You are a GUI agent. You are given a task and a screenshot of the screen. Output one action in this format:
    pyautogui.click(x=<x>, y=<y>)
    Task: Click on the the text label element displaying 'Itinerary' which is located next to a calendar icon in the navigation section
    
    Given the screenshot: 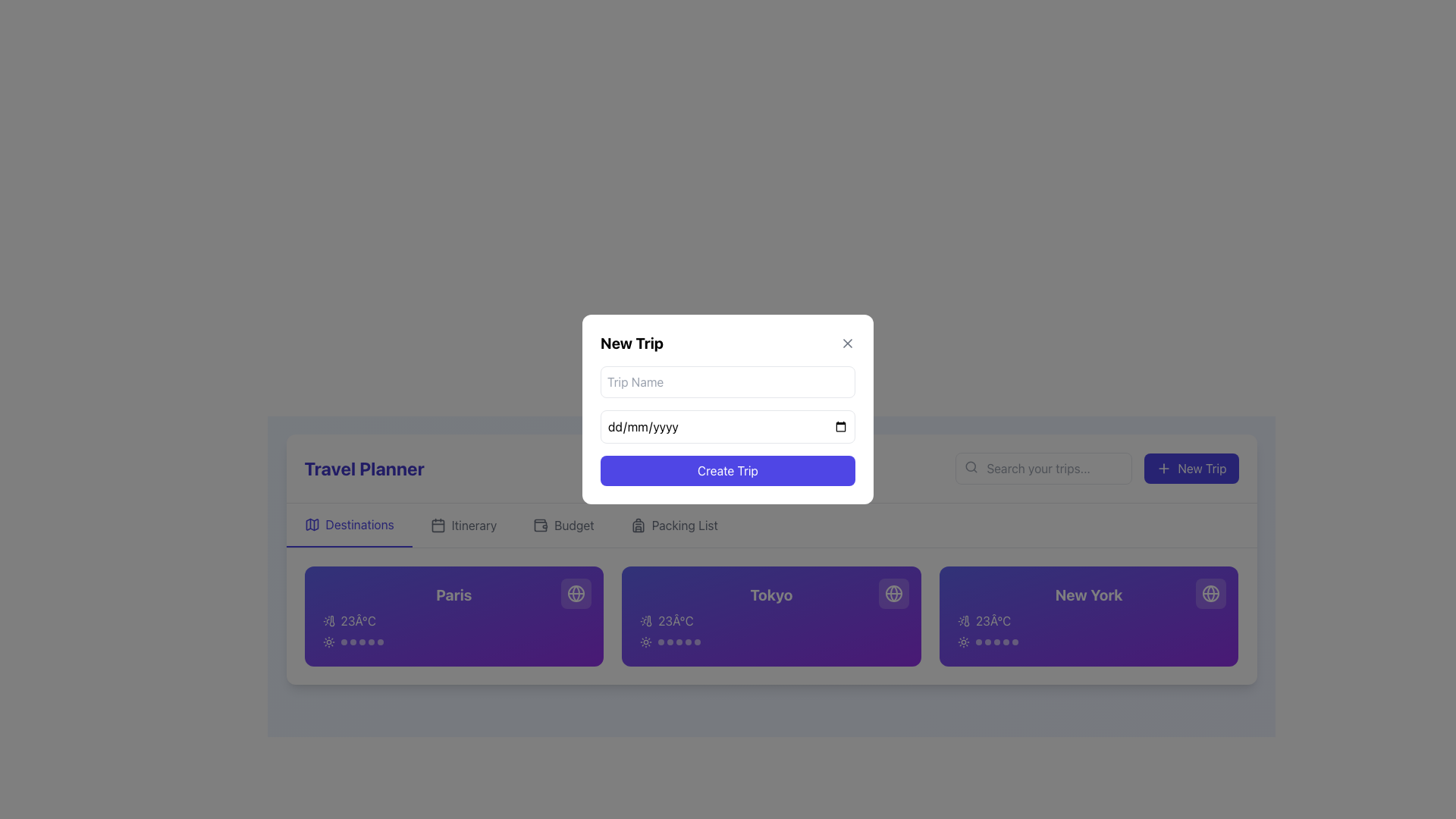 What is the action you would take?
    pyautogui.click(x=473, y=525)
    